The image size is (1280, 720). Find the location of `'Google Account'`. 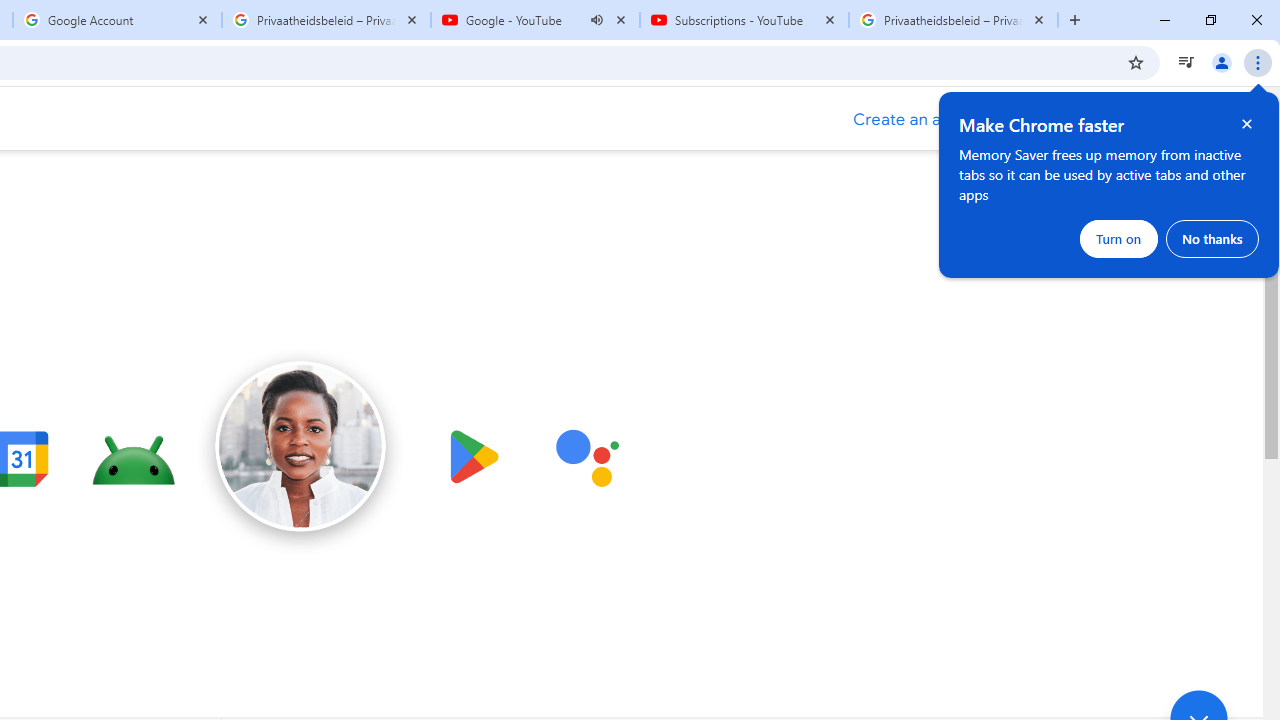

'Google Account' is located at coordinates (116, 20).